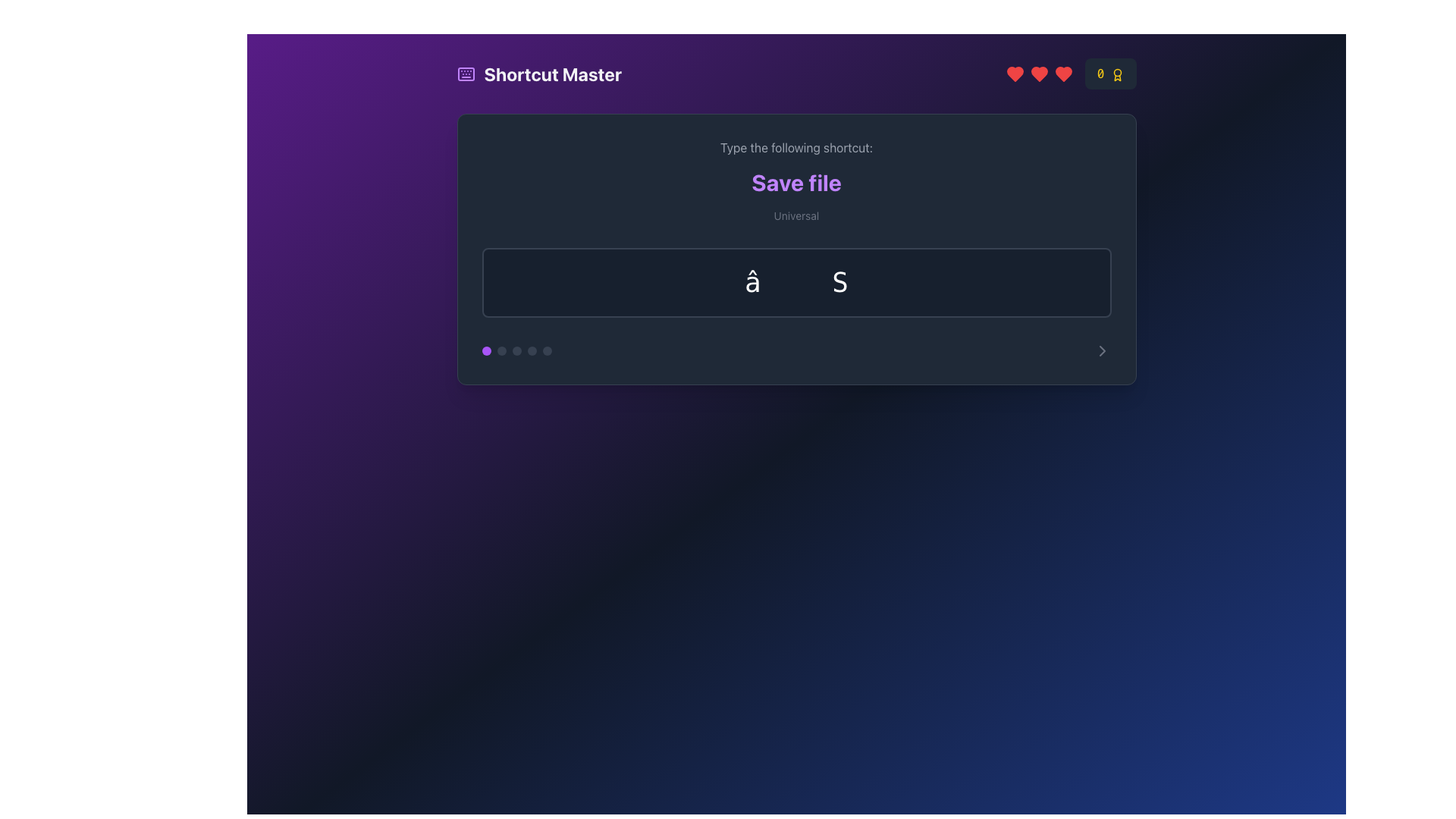  I want to click on the third red heart icon in the top-right corner of the interface, which represents a 'like' or 'favorite' feature, so click(1038, 74).